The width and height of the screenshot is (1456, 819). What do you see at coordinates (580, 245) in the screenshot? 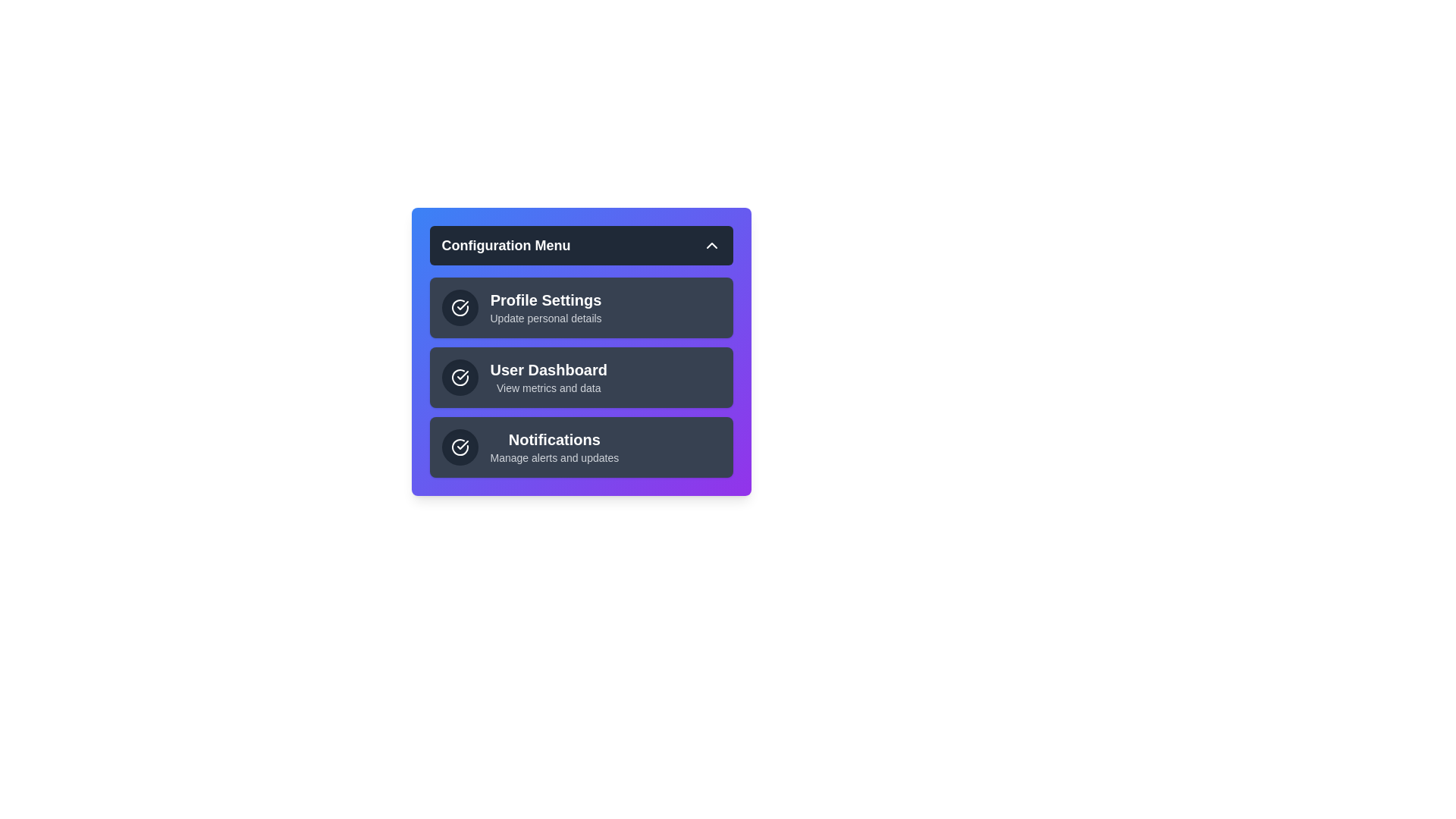
I see `the header button to toggle the menu` at bounding box center [580, 245].